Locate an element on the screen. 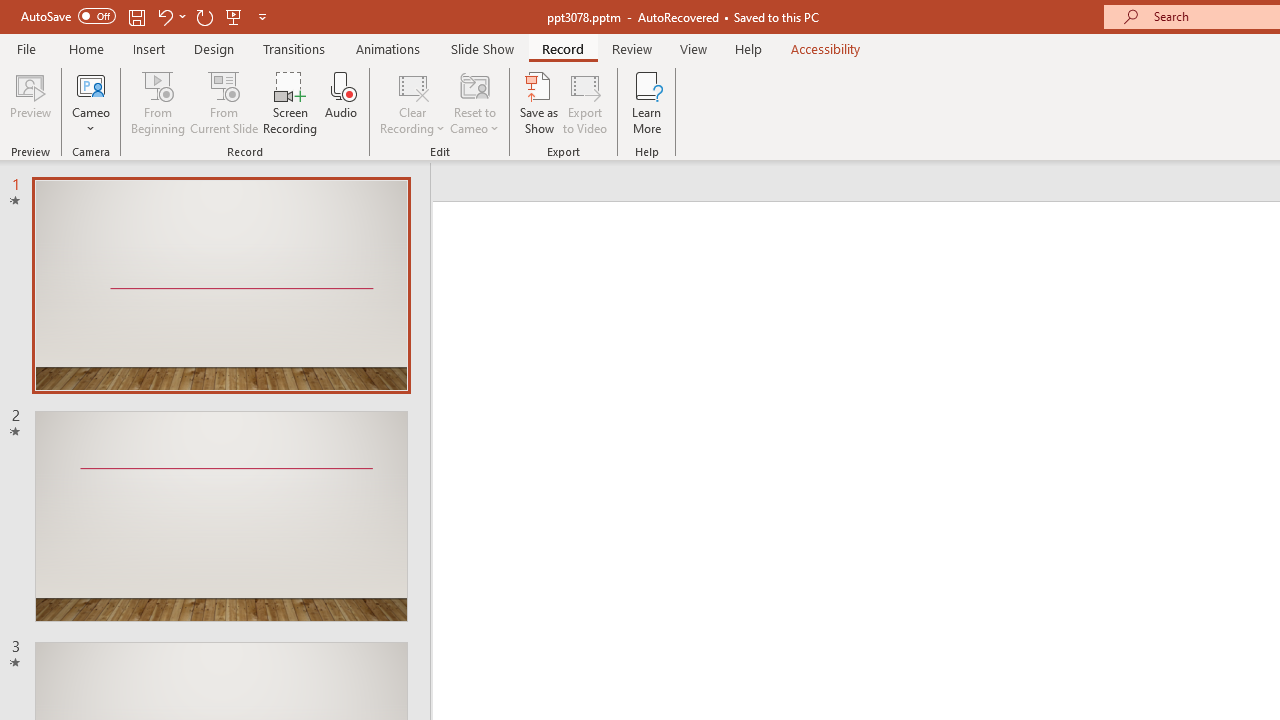 Image resolution: width=1280 pixels, height=720 pixels. 'From Current Slide...' is located at coordinates (224, 103).